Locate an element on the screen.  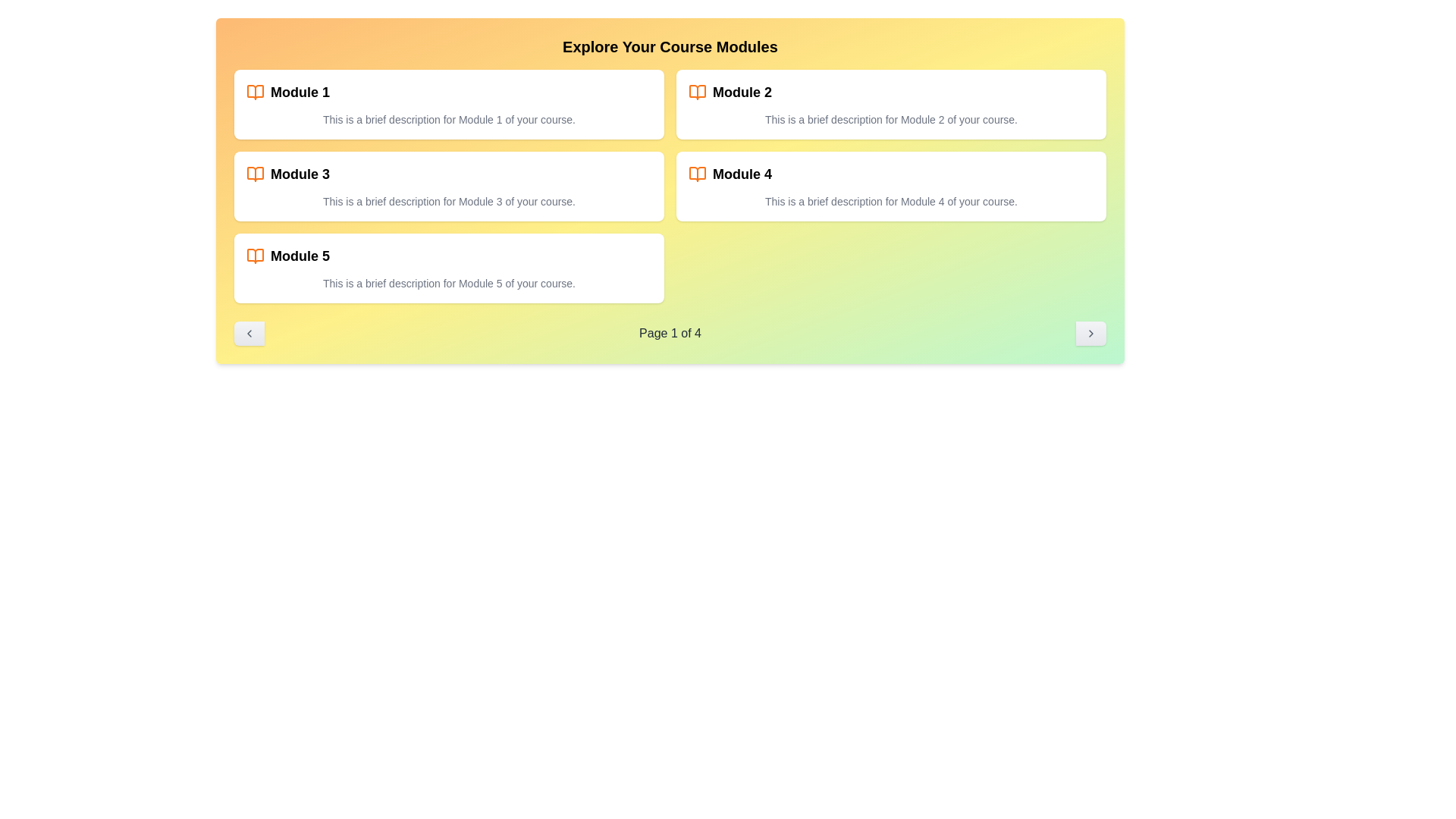
the small orange book icon located to the left of the text 'Module 3' in the middle row of the module listing is located at coordinates (255, 174).